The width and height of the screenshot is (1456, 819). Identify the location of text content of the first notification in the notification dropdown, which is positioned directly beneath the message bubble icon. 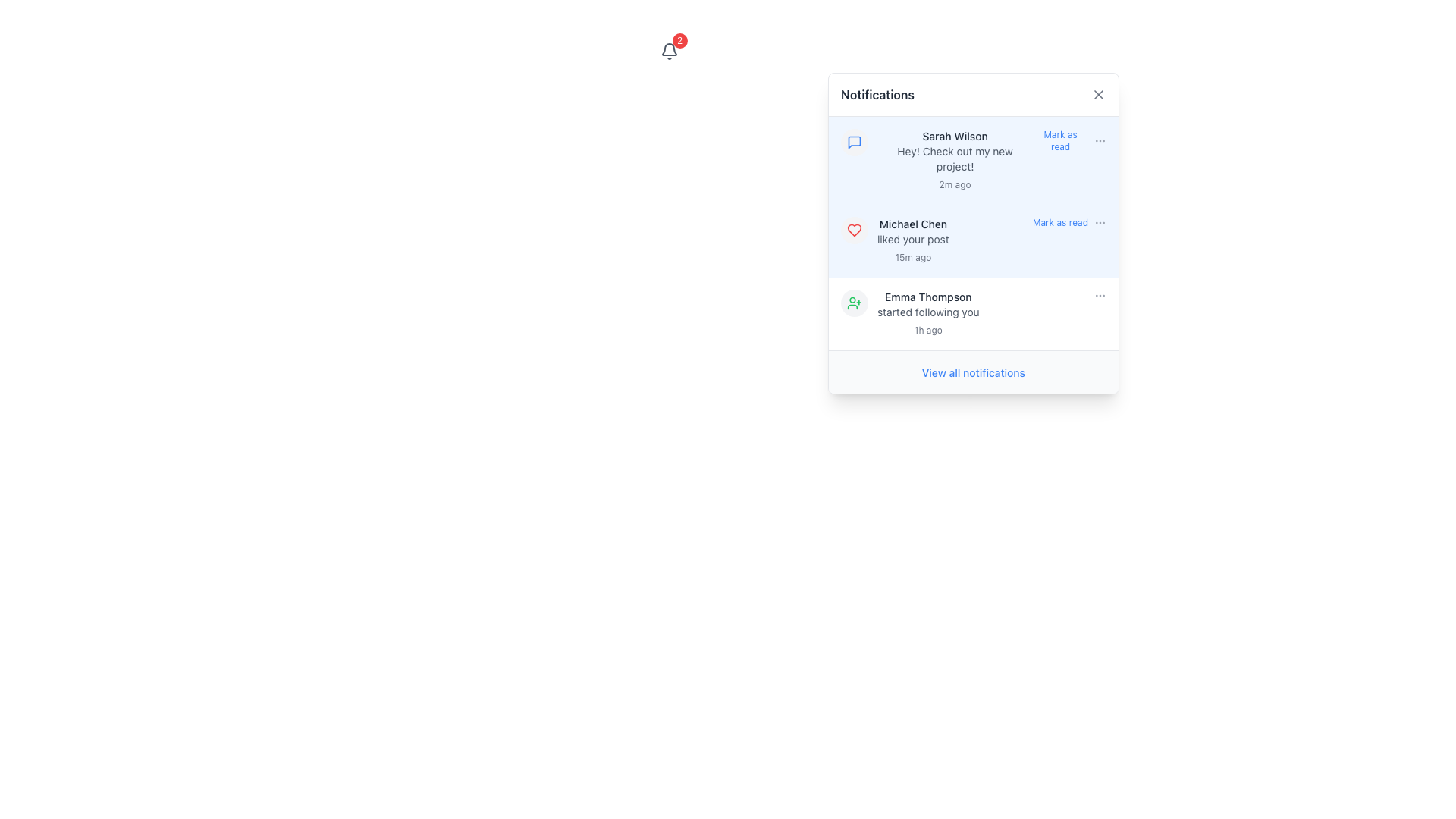
(954, 161).